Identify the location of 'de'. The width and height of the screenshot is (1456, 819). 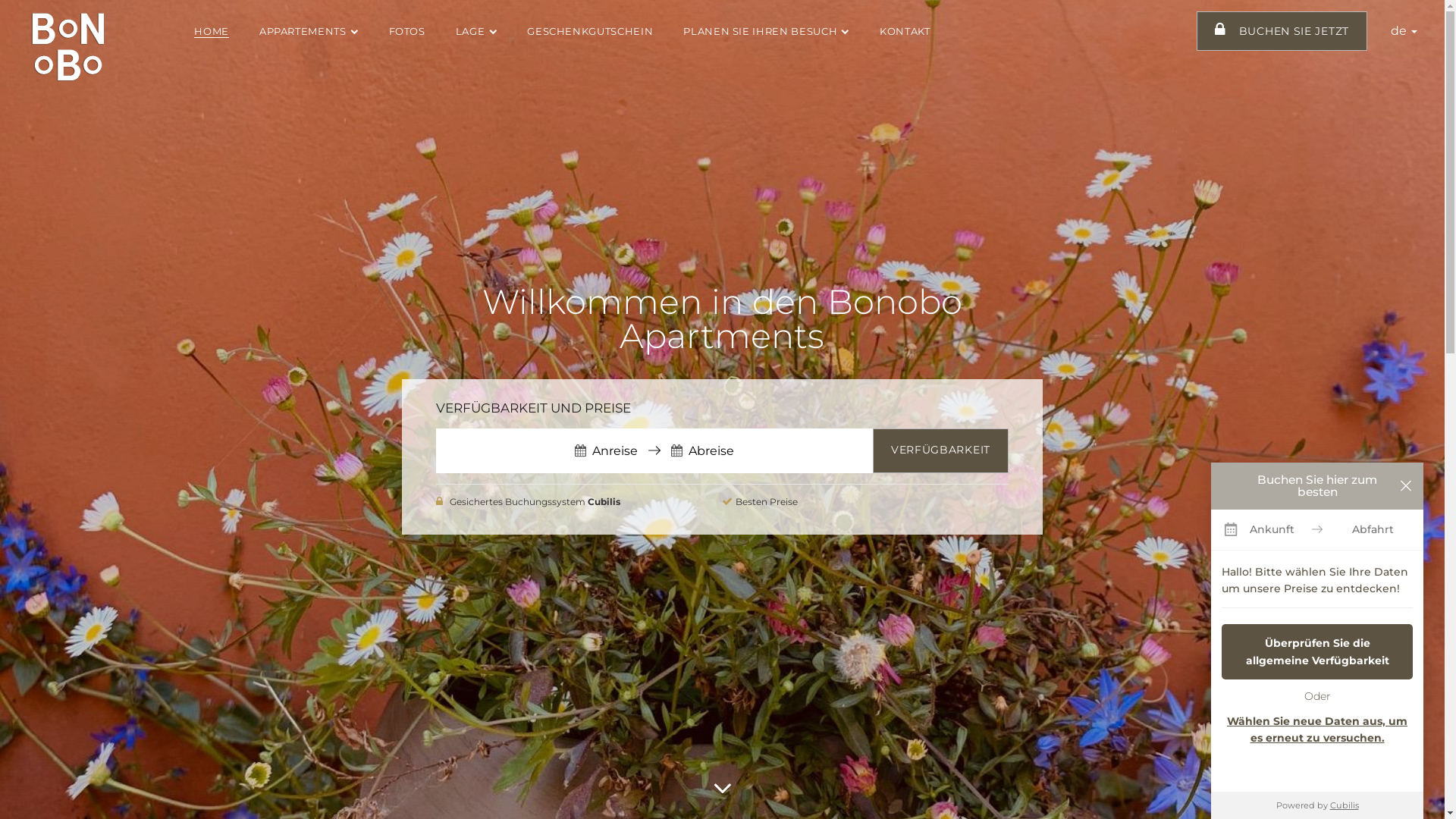
(1403, 30).